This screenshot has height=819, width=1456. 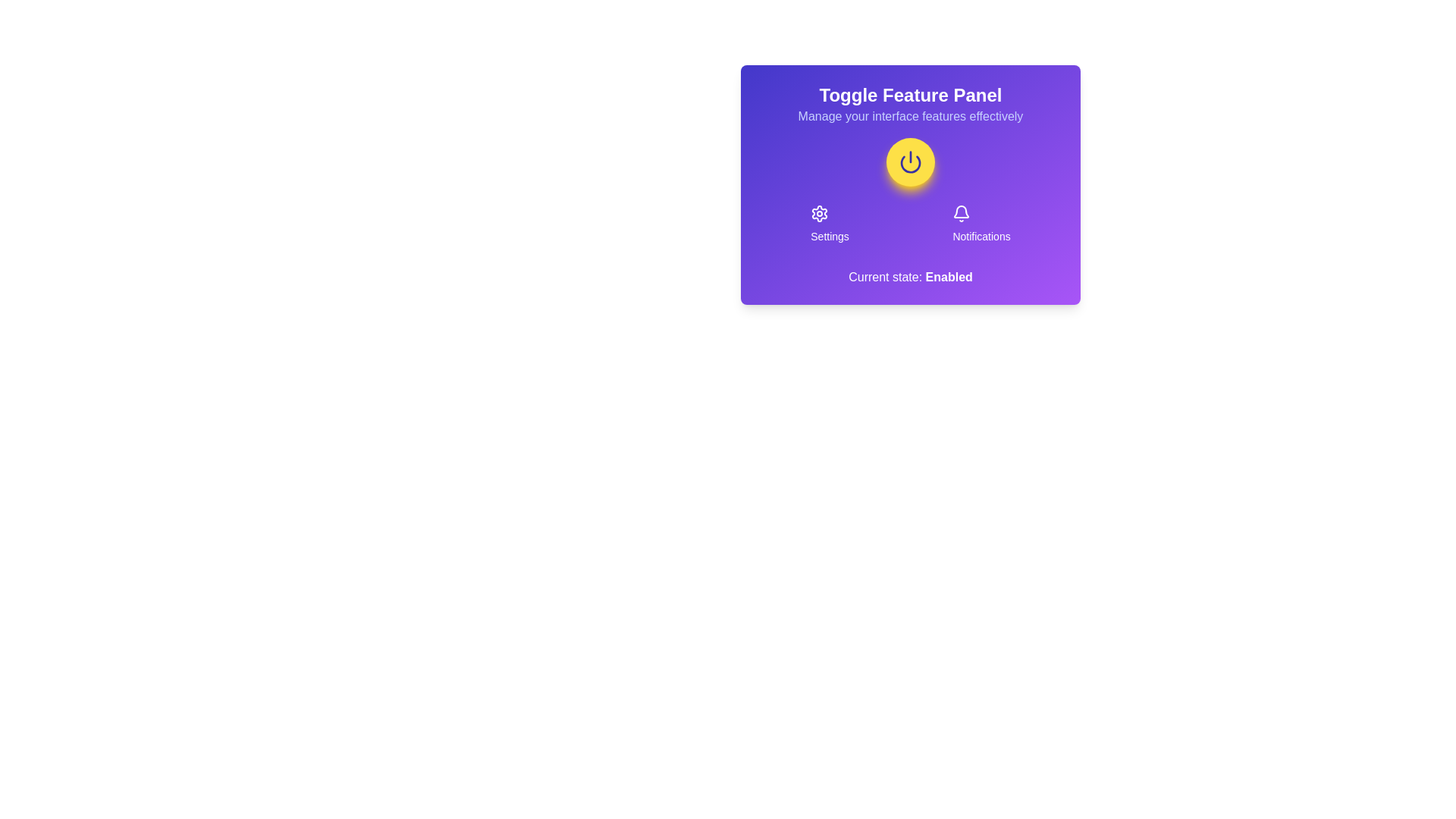 I want to click on the 'Settings' section of the navigation bar, so click(x=910, y=224).